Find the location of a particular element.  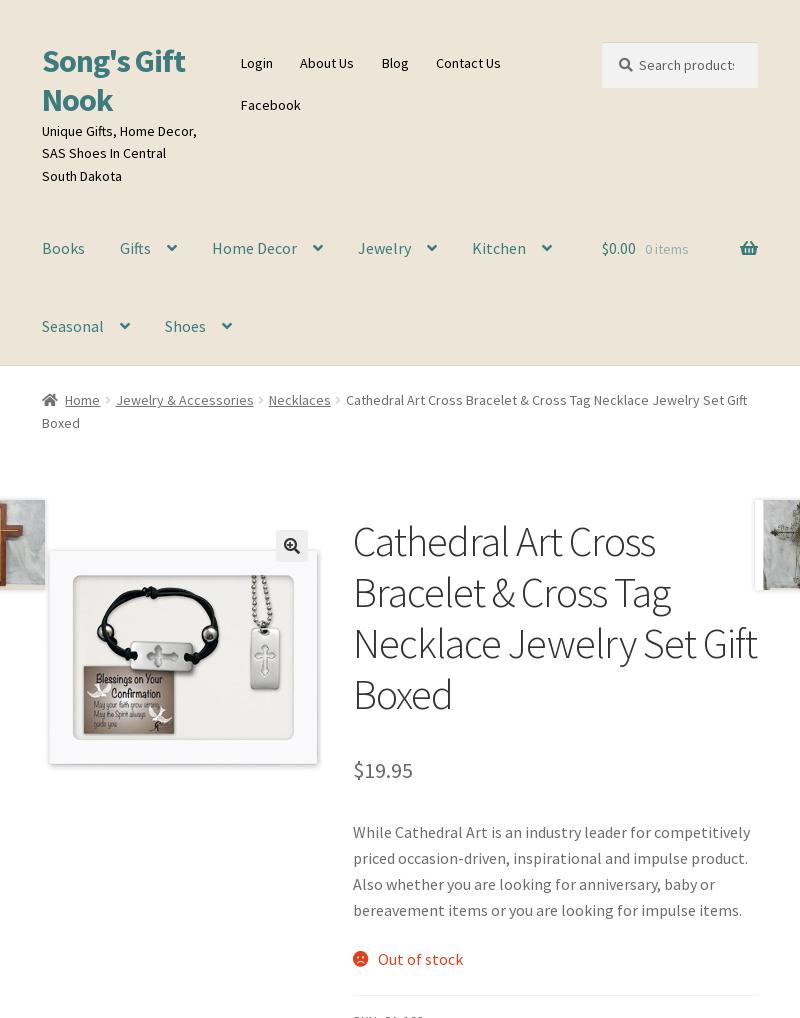

'Unique Gifts, Home Decor, SAS Shoes In Central South Dakota' is located at coordinates (117, 151).